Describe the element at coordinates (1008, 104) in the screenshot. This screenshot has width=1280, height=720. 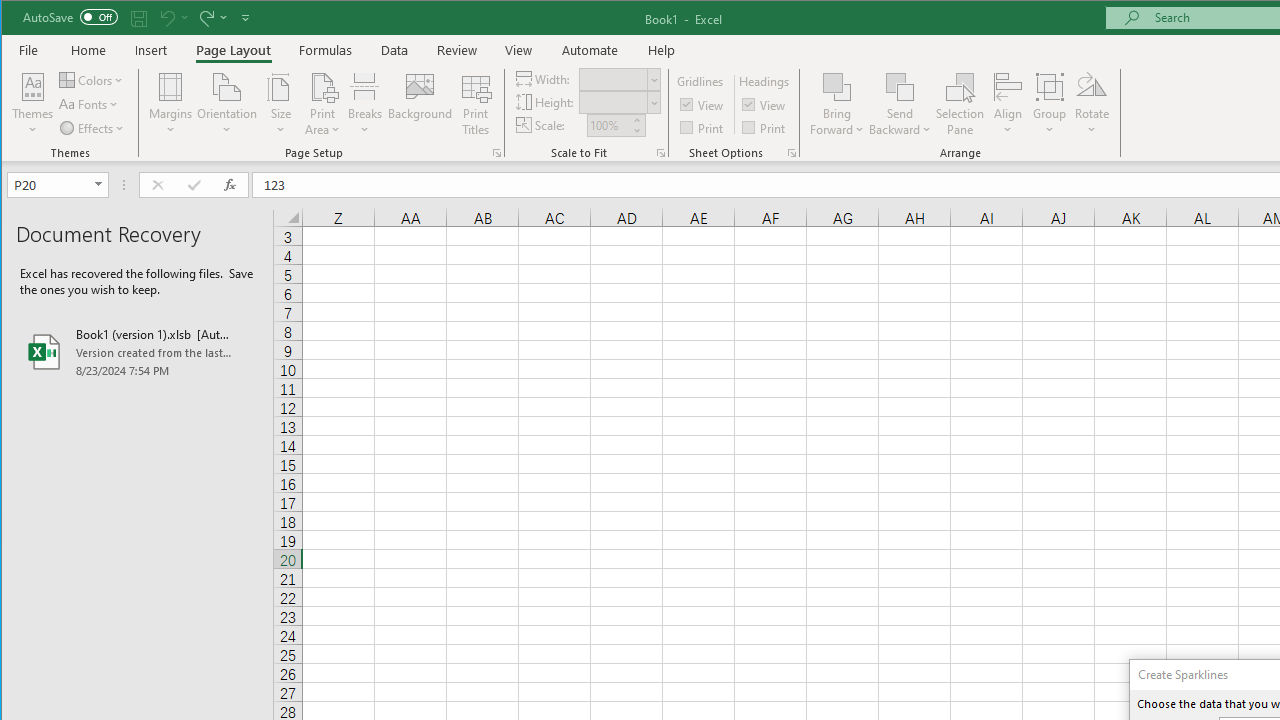
I see `'Align'` at that location.